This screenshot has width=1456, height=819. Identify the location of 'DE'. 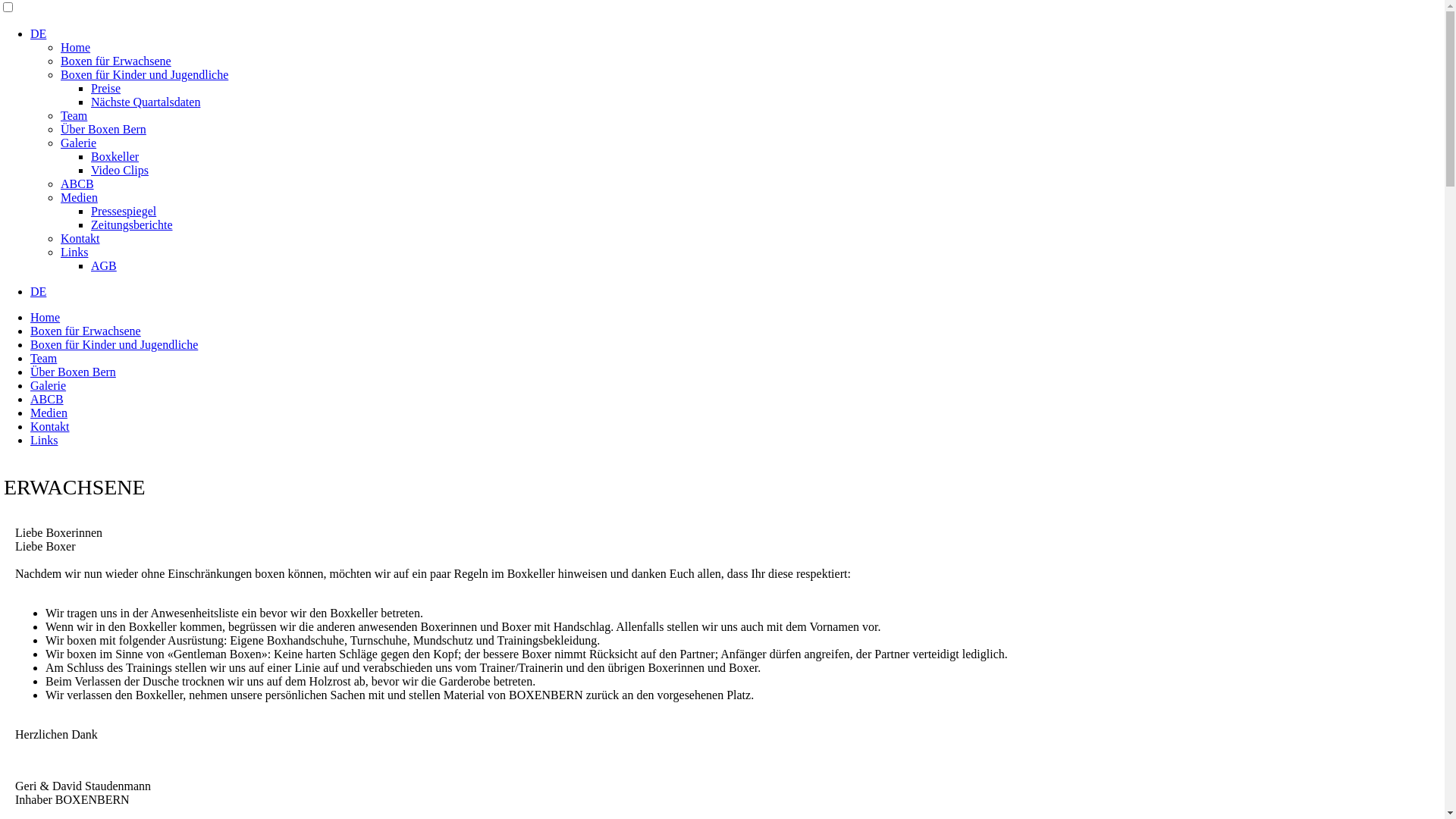
(38, 33).